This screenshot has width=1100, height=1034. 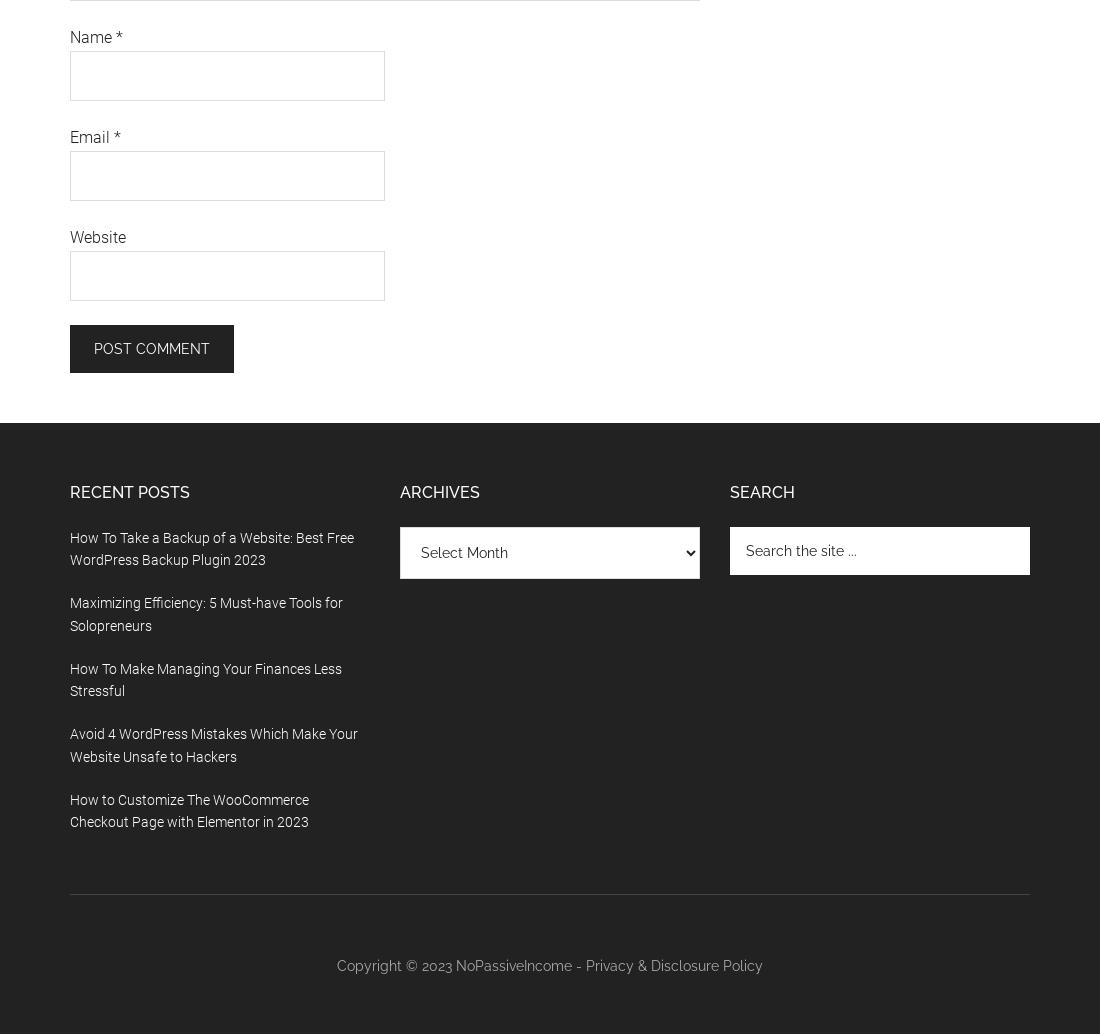 What do you see at coordinates (762, 491) in the screenshot?
I see `'Search'` at bounding box center [762, 491].